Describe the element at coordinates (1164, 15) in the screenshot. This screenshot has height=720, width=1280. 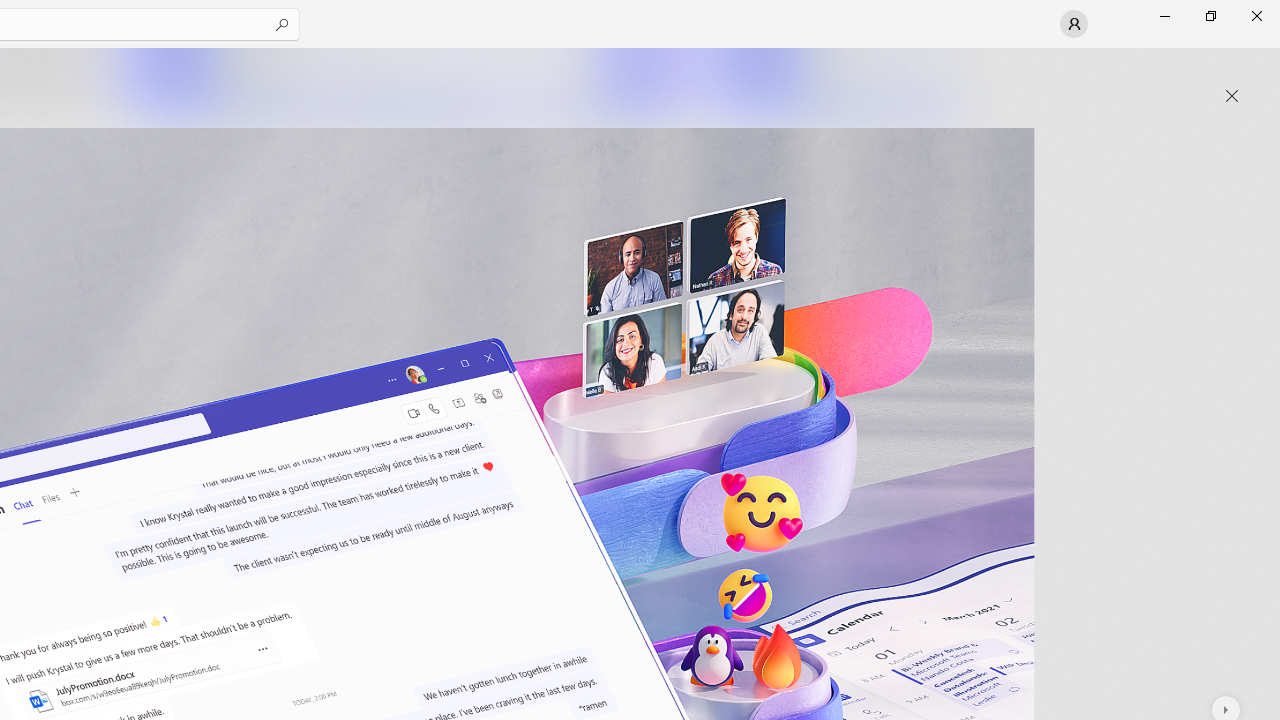
I see `'Minimize Microsoft Store'` at that location.